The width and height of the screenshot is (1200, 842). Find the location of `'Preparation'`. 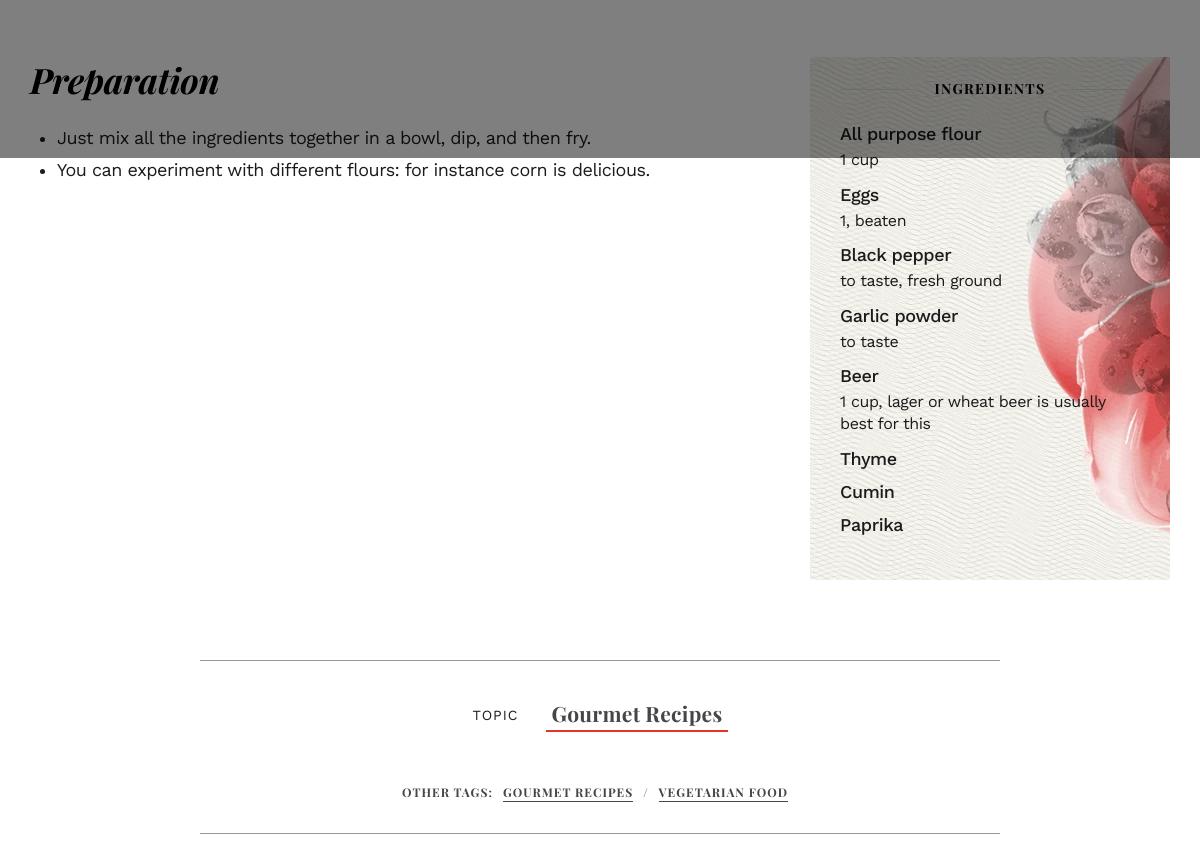

'Preparation' is located at coordinates (30, 78).